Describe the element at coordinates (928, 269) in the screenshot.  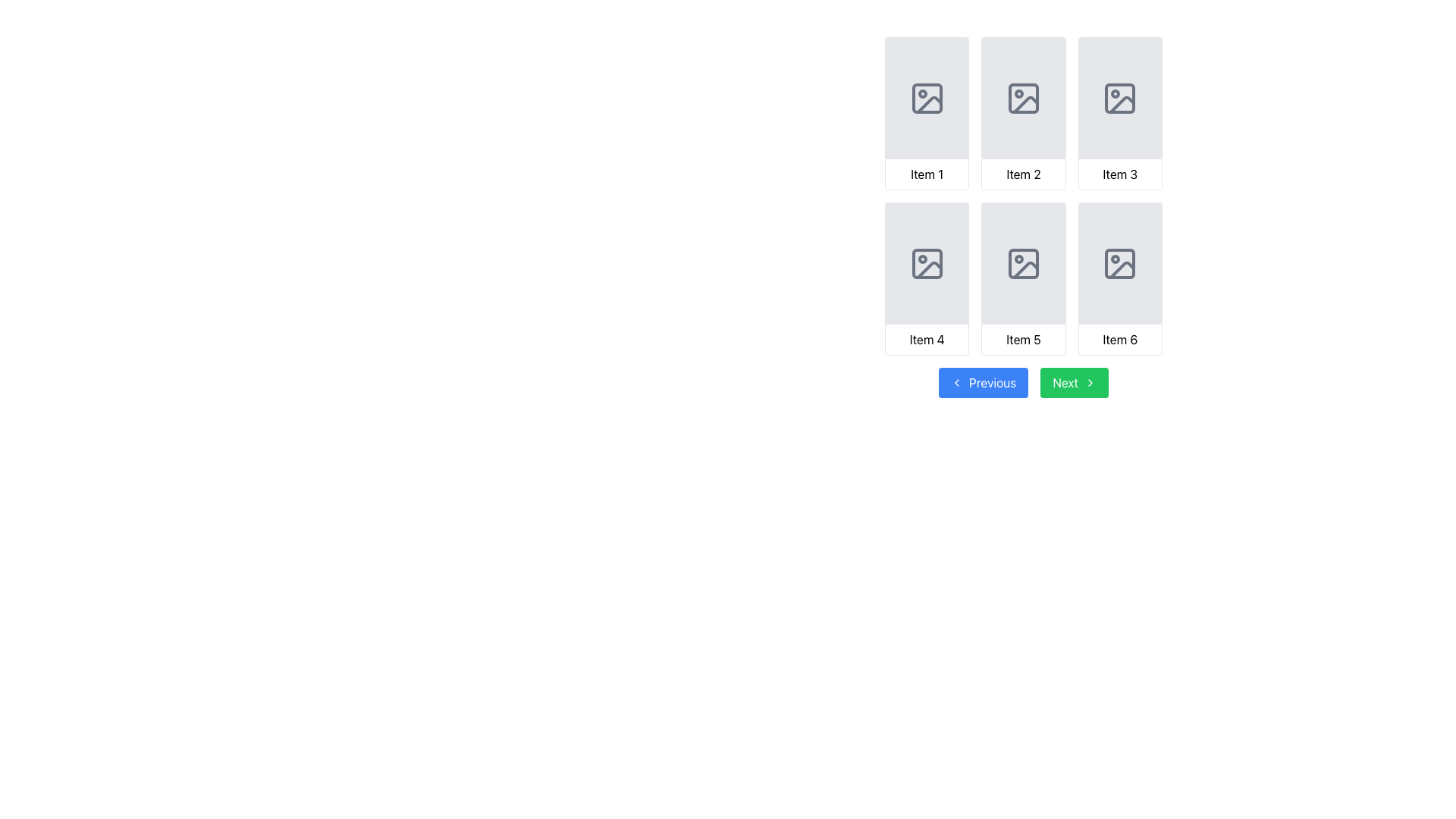
I see `the mountainous terrain graphic within the fourth icon in the grid layout, located in the second row and first column` at that location.